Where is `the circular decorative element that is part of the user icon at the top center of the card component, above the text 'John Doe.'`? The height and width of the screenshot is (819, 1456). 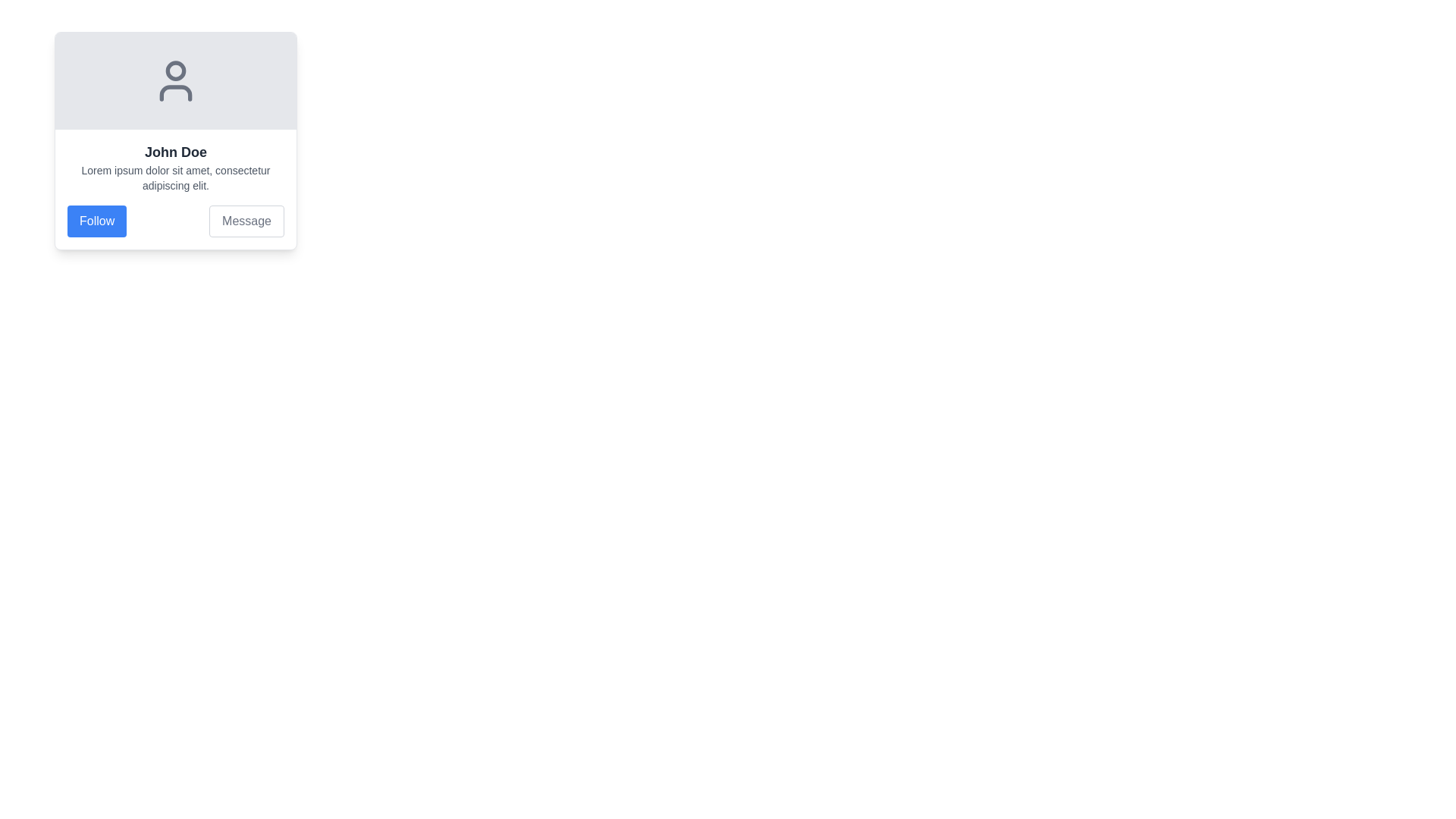
the circular decorative element that is part of the user icon at the top center of the card component, above the text 'John Doe.' is located at coordinates (175, 70).